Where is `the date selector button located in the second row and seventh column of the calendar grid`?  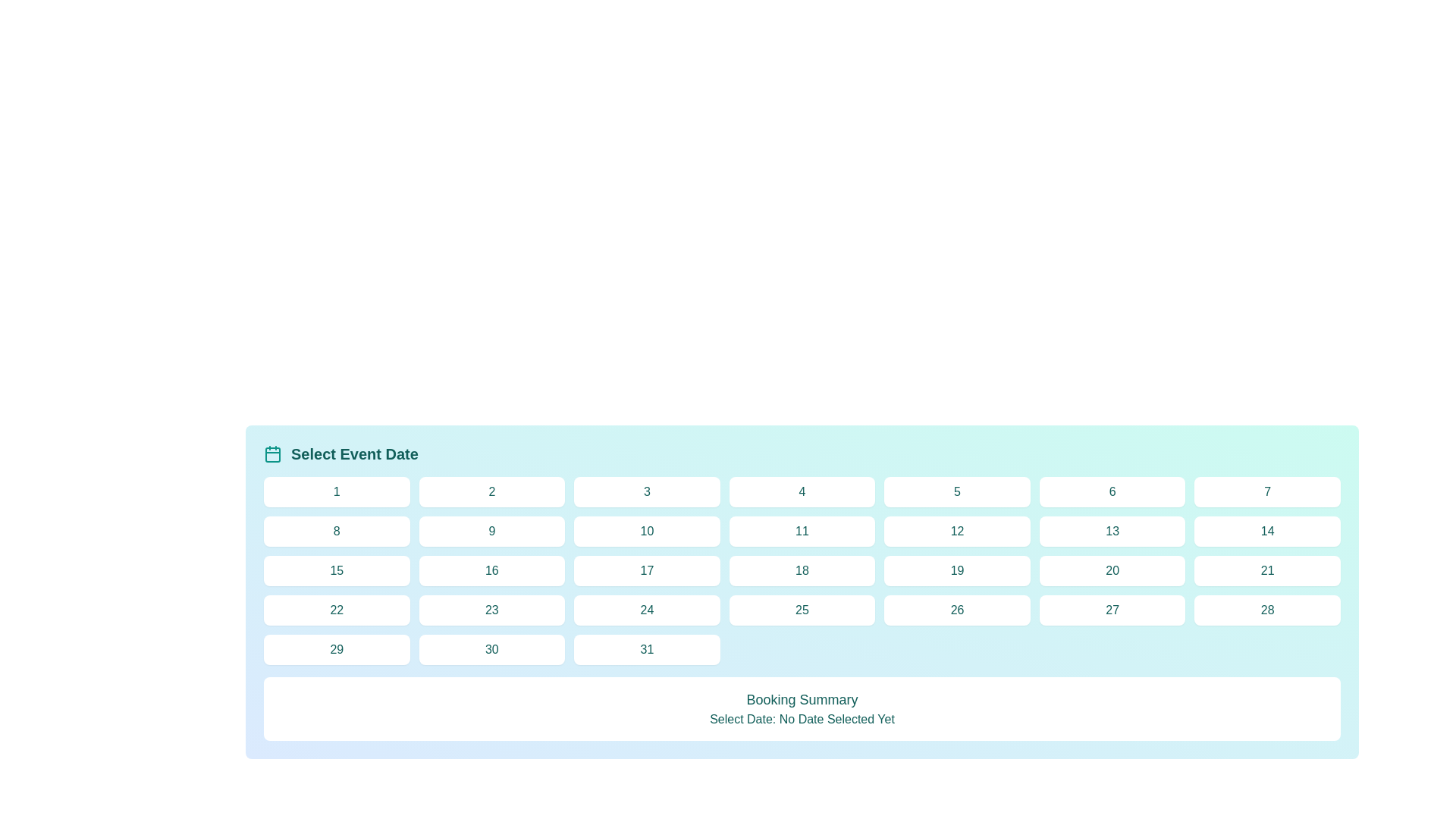
the date selector button located in the second row and seventh column of the calendar grid is located at coordinates (1112, 531).